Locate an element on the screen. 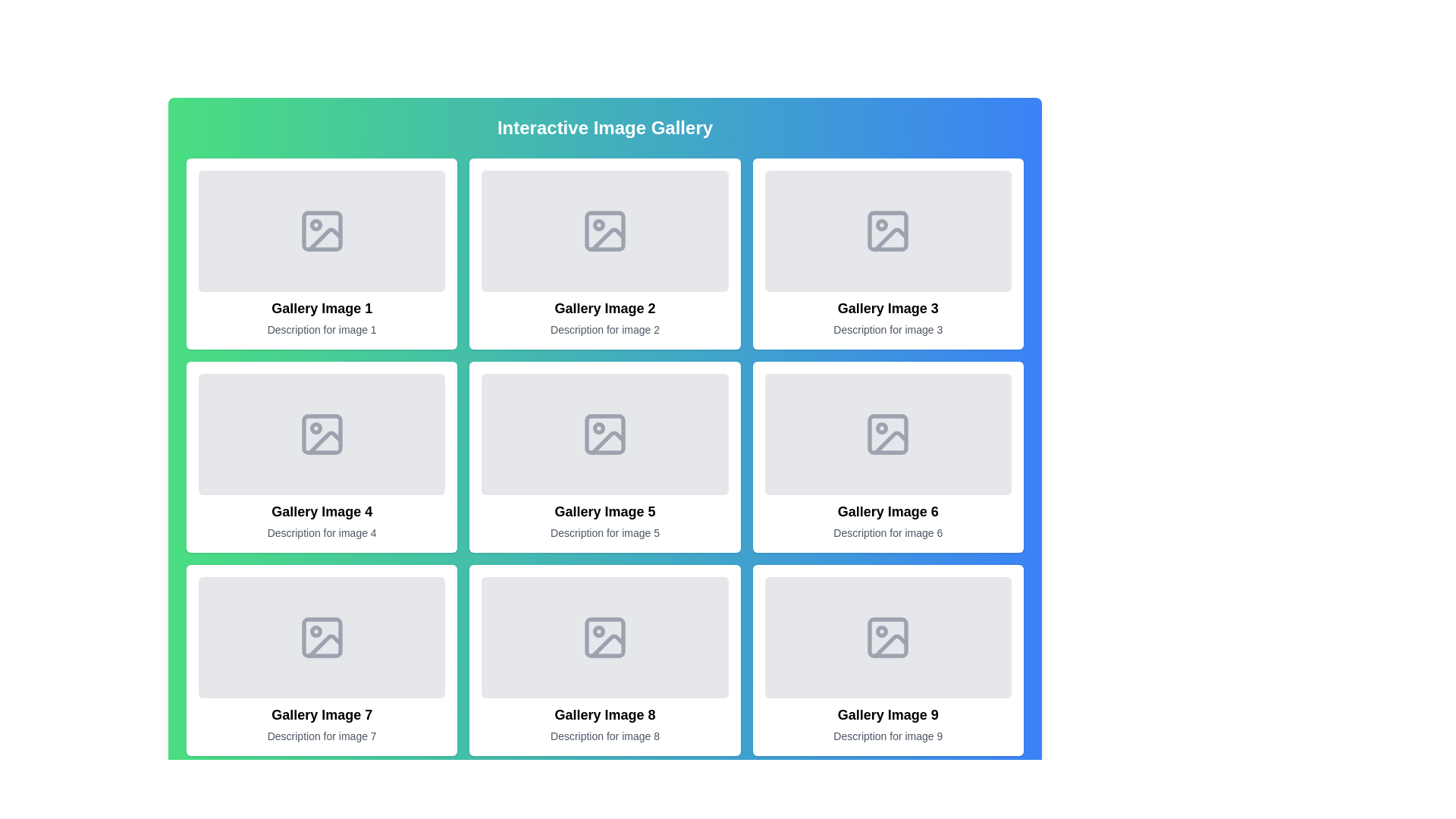 This screenshot has width=1456, height=819. the static text label that serves as a caption for 'Gallery Image 4', located in the fourth item of the grid-style gallery layout, positioned in the second row and first column, directly below the image description is located at coordinates (321, 532).